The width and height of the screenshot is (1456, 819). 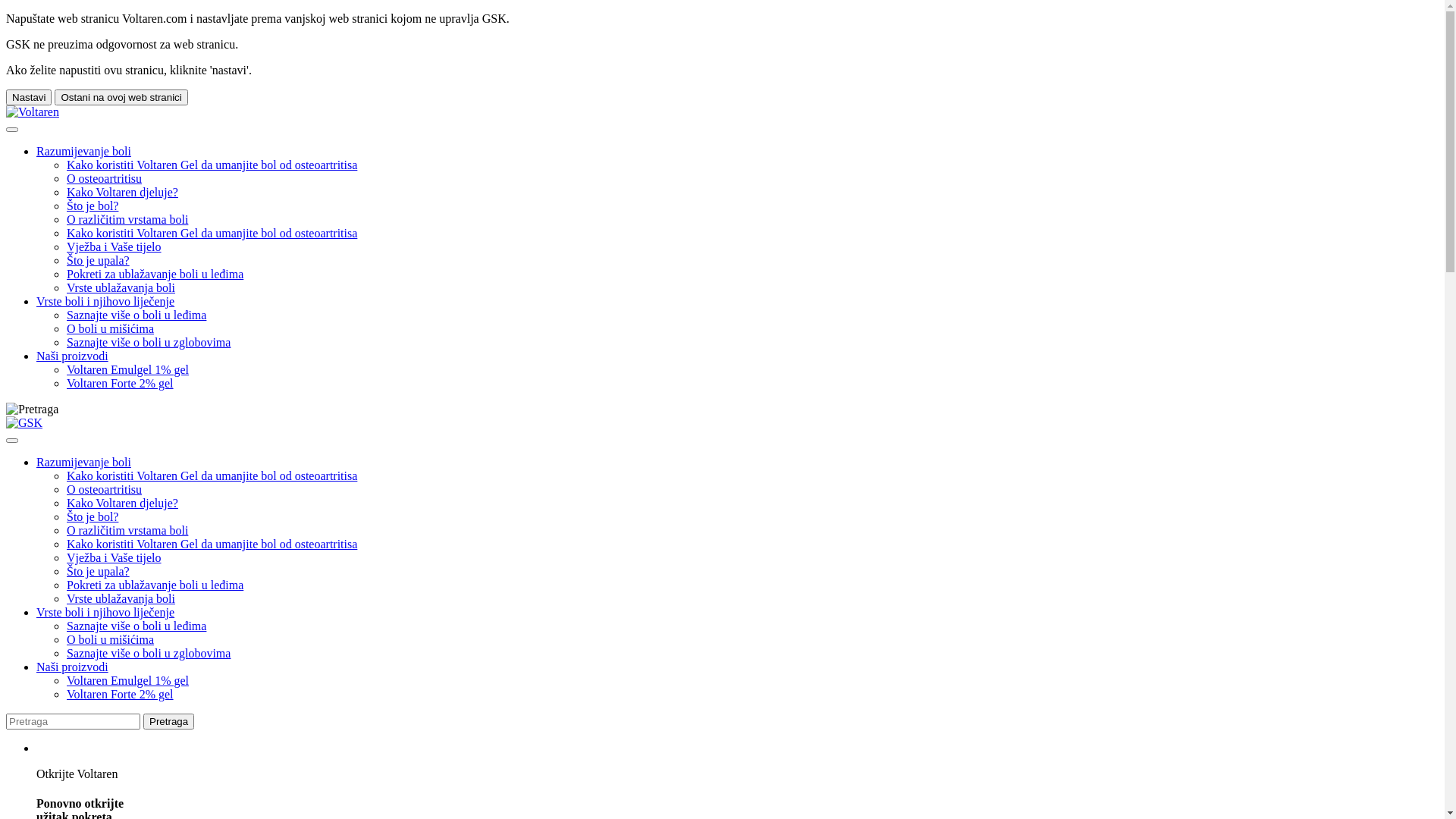 What do you see at coordinates (120, 97) in the screenshot?
I see `'Ostani na ovoj web stranici'` at bounding box center [120, 97].